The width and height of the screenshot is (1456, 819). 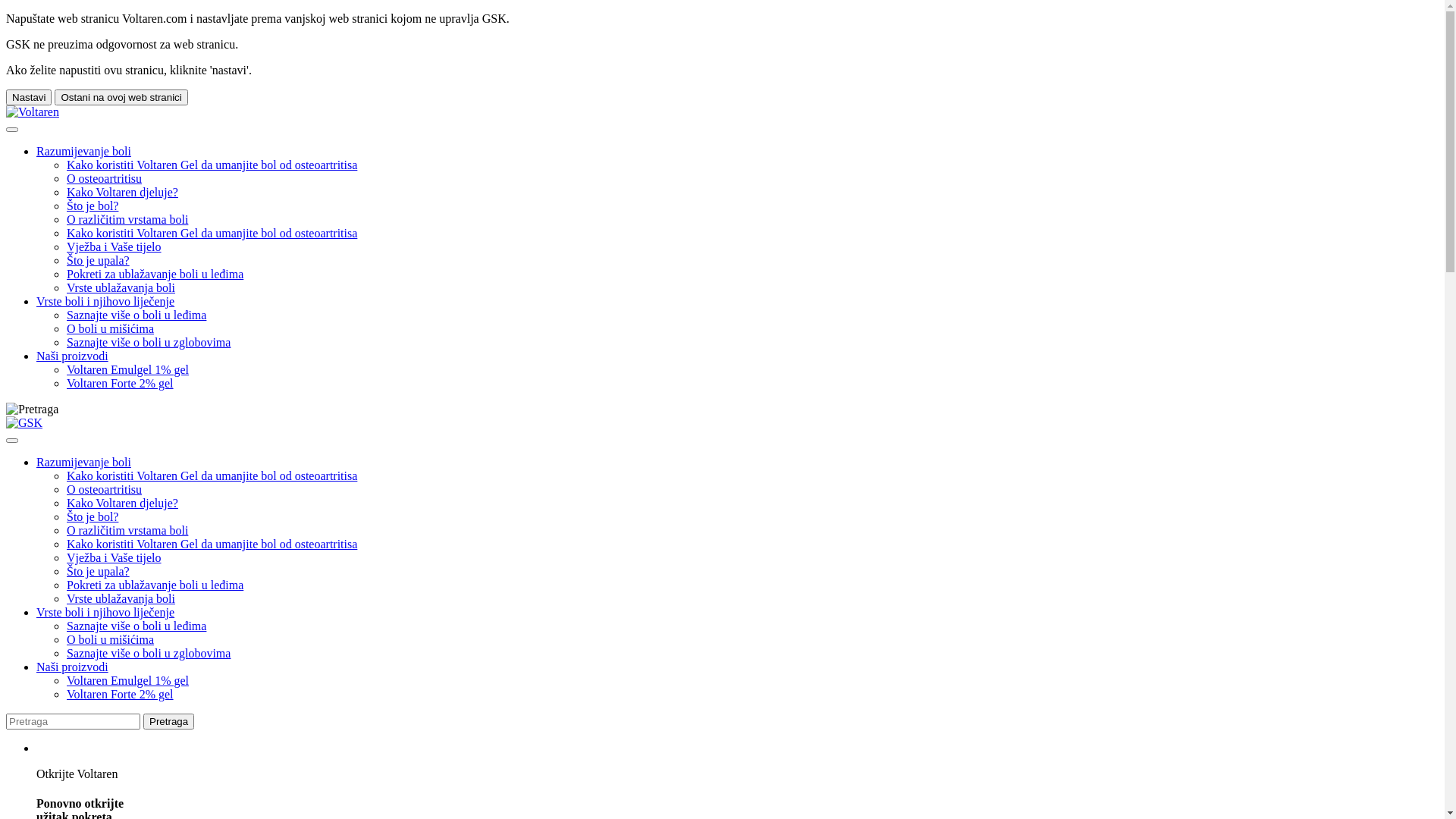 What do you see at coordinates (120, 97) in the screenshot?
I see `'Ostani na ovoj web stranici'` at bounding box center [120, 97].